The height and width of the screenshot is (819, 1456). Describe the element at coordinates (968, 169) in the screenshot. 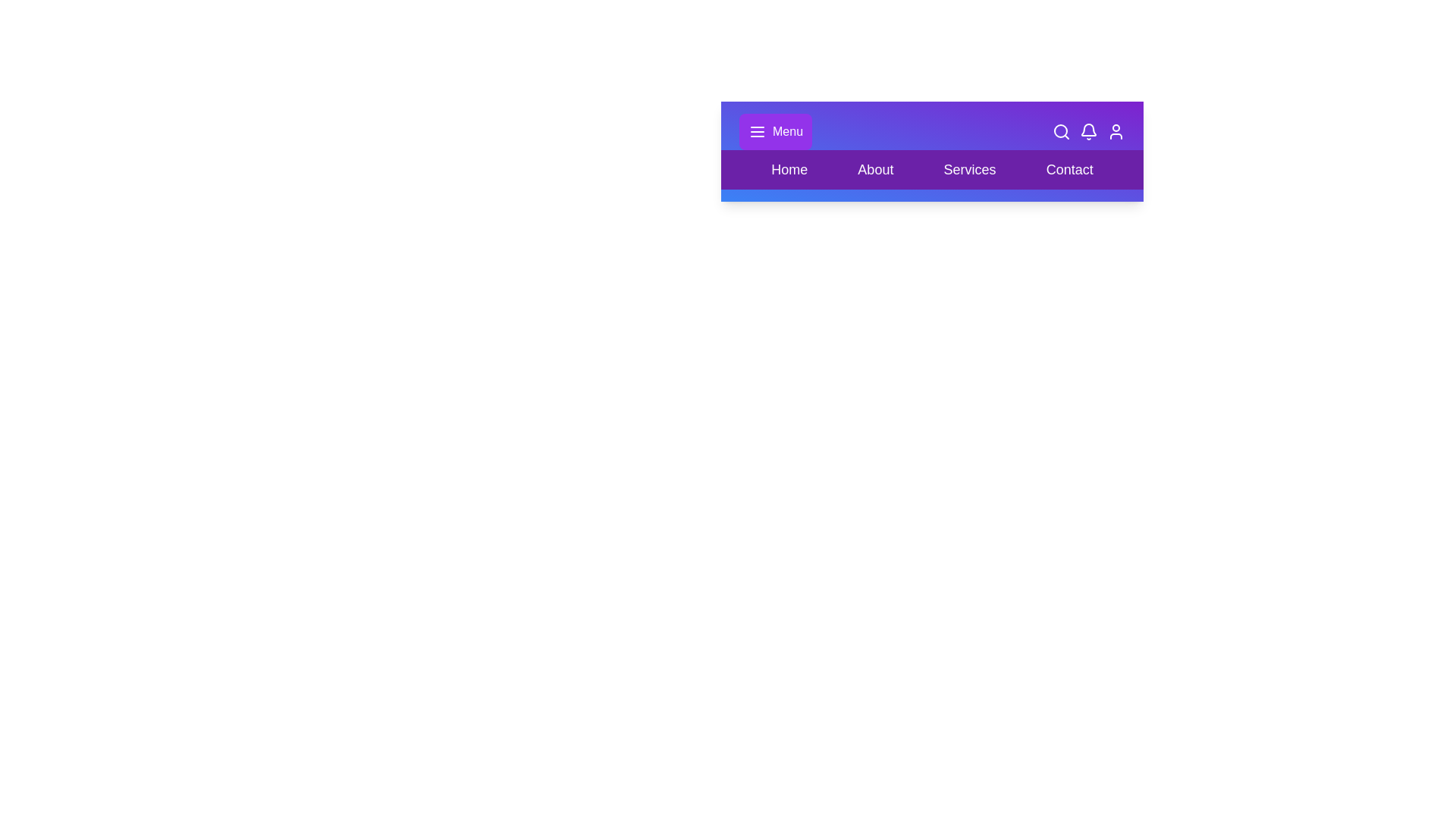

I see `the section labeled Services in the layout` at that location.